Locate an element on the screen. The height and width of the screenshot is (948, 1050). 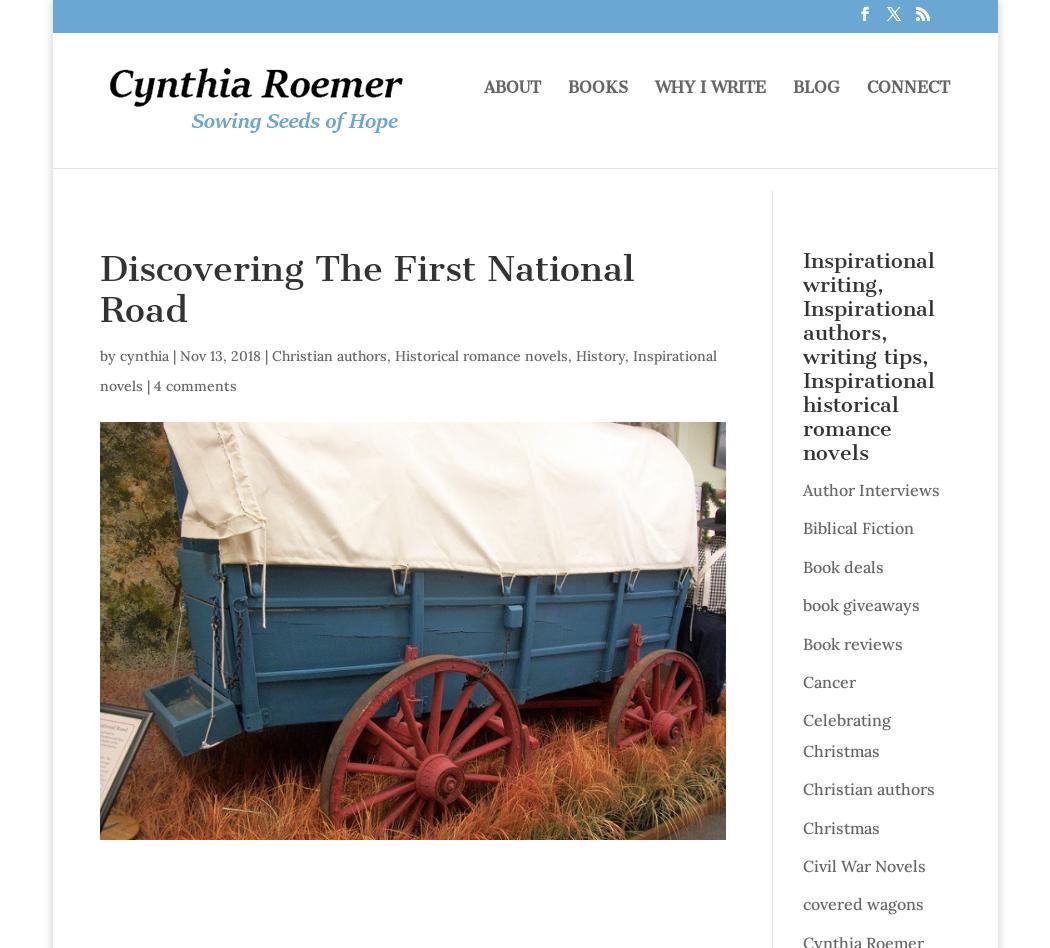
'BLOG' is located at coordinates (815, 111).